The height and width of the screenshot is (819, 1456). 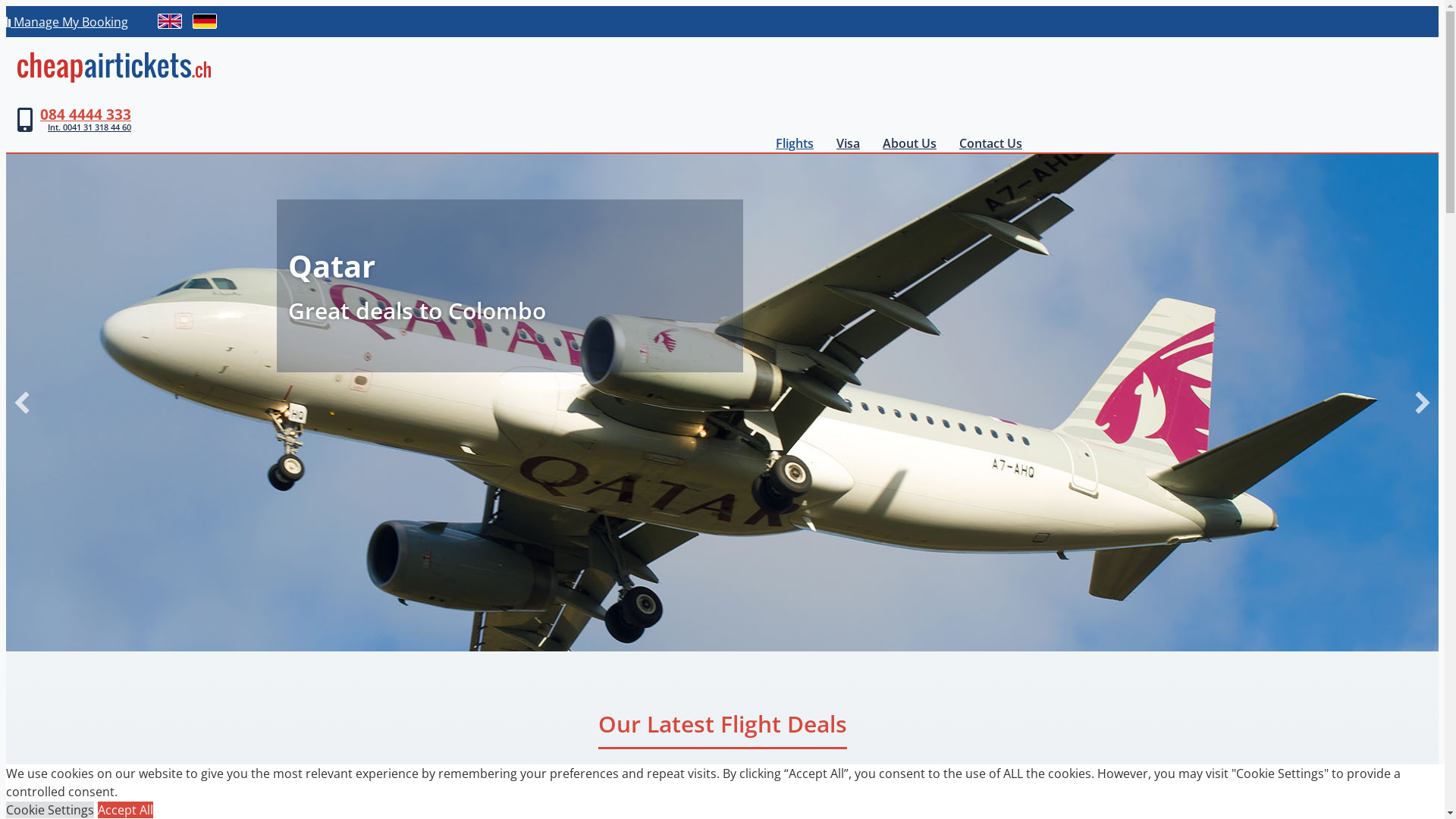 I want to click on 'Accept All', so click(x=125, y=809).